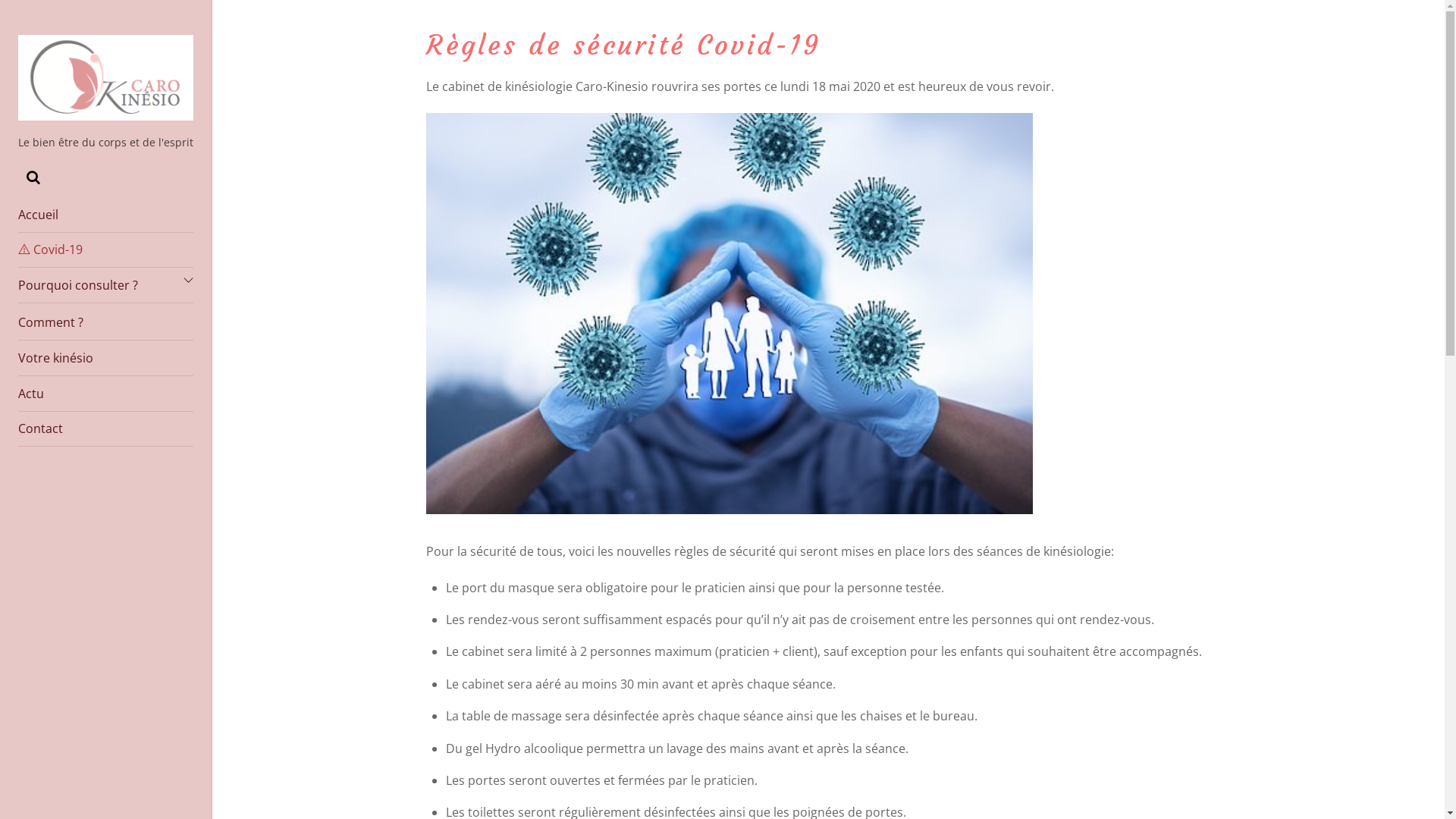 The image size is (1456, 819). Describe the element at coordinates (18, 215) in the screenshot. I see `'Accueil'` at that location.